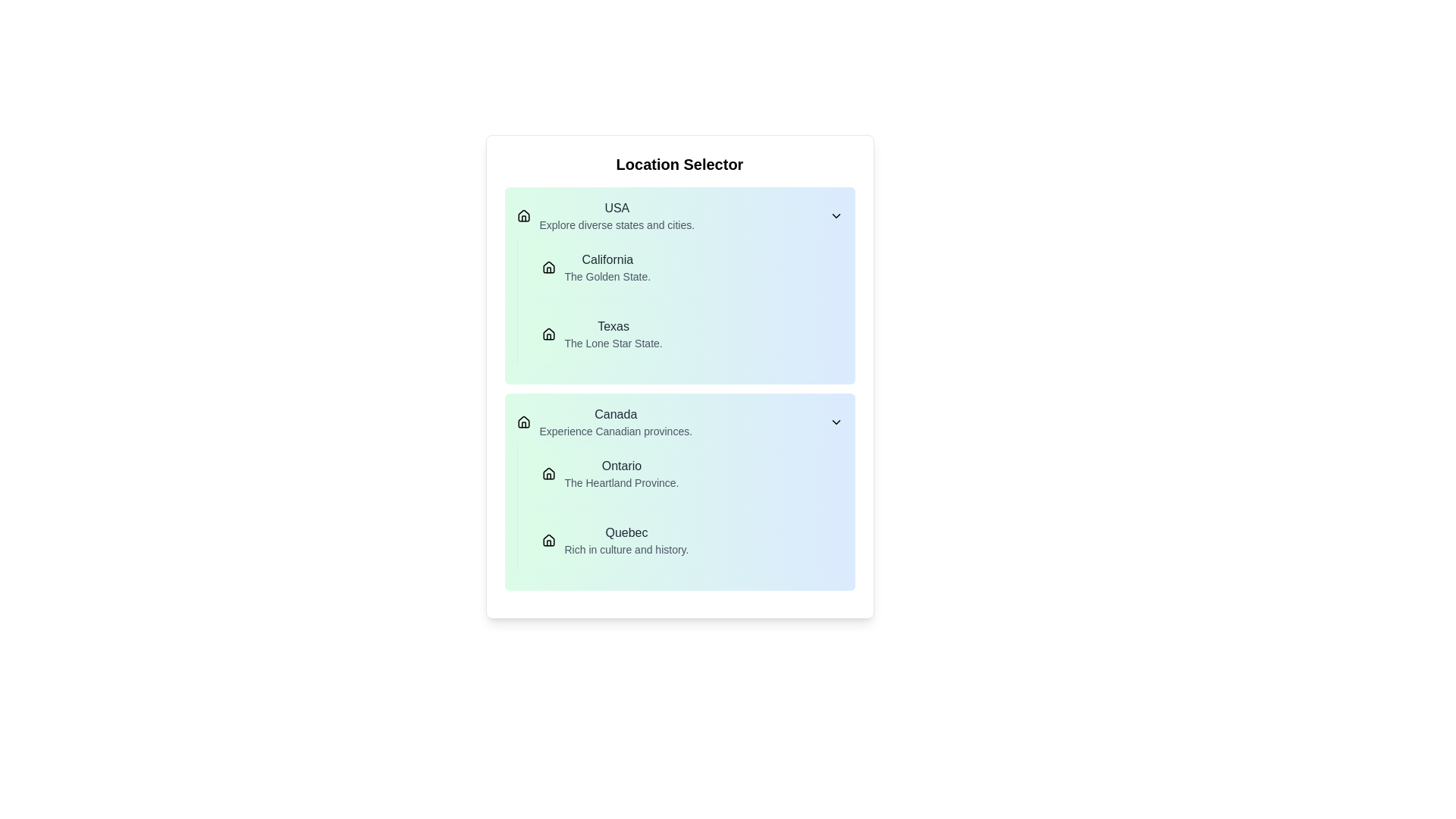  What do you see at coordinates (616, 422) in the screenshot?
I see `the List item with descriptive text that displays 'Canada'` at bounding box center [616, 422].